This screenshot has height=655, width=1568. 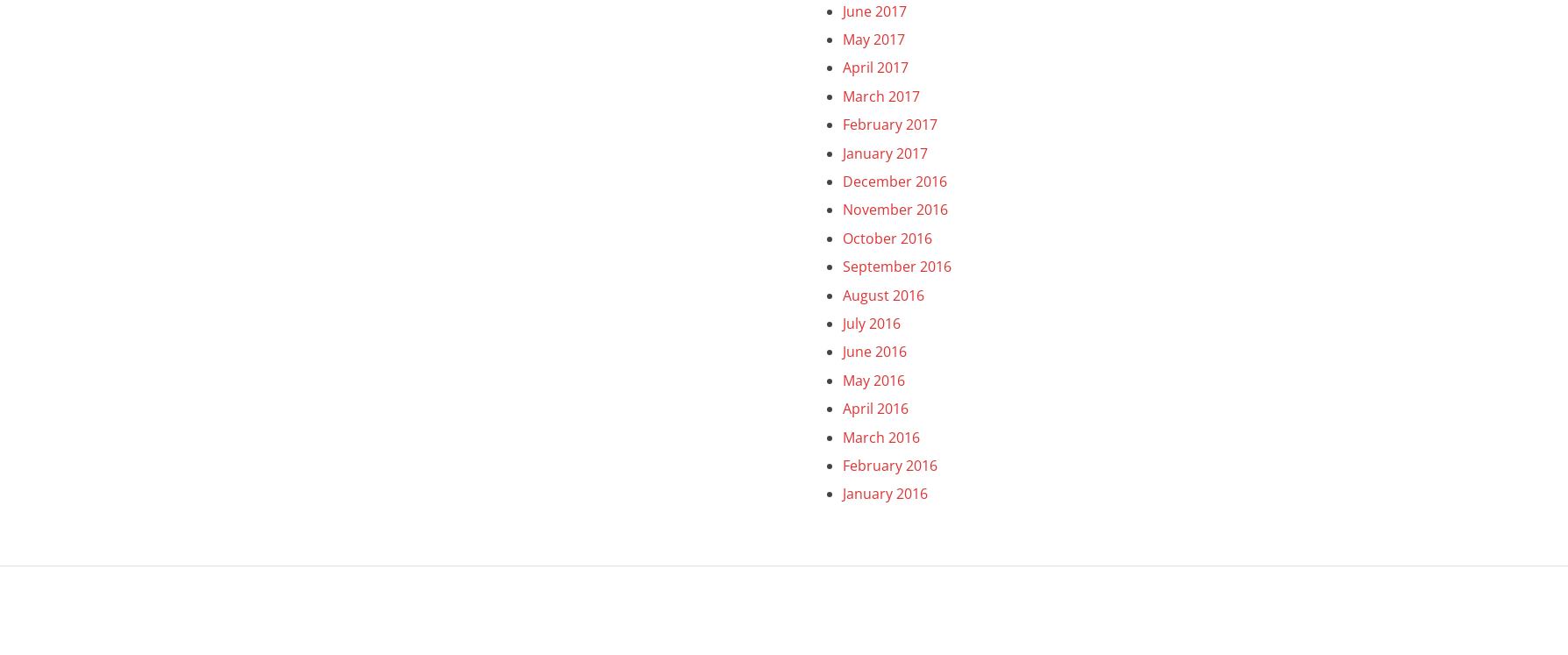 I want to click on 'December 2016', so click(x=894, y=181).